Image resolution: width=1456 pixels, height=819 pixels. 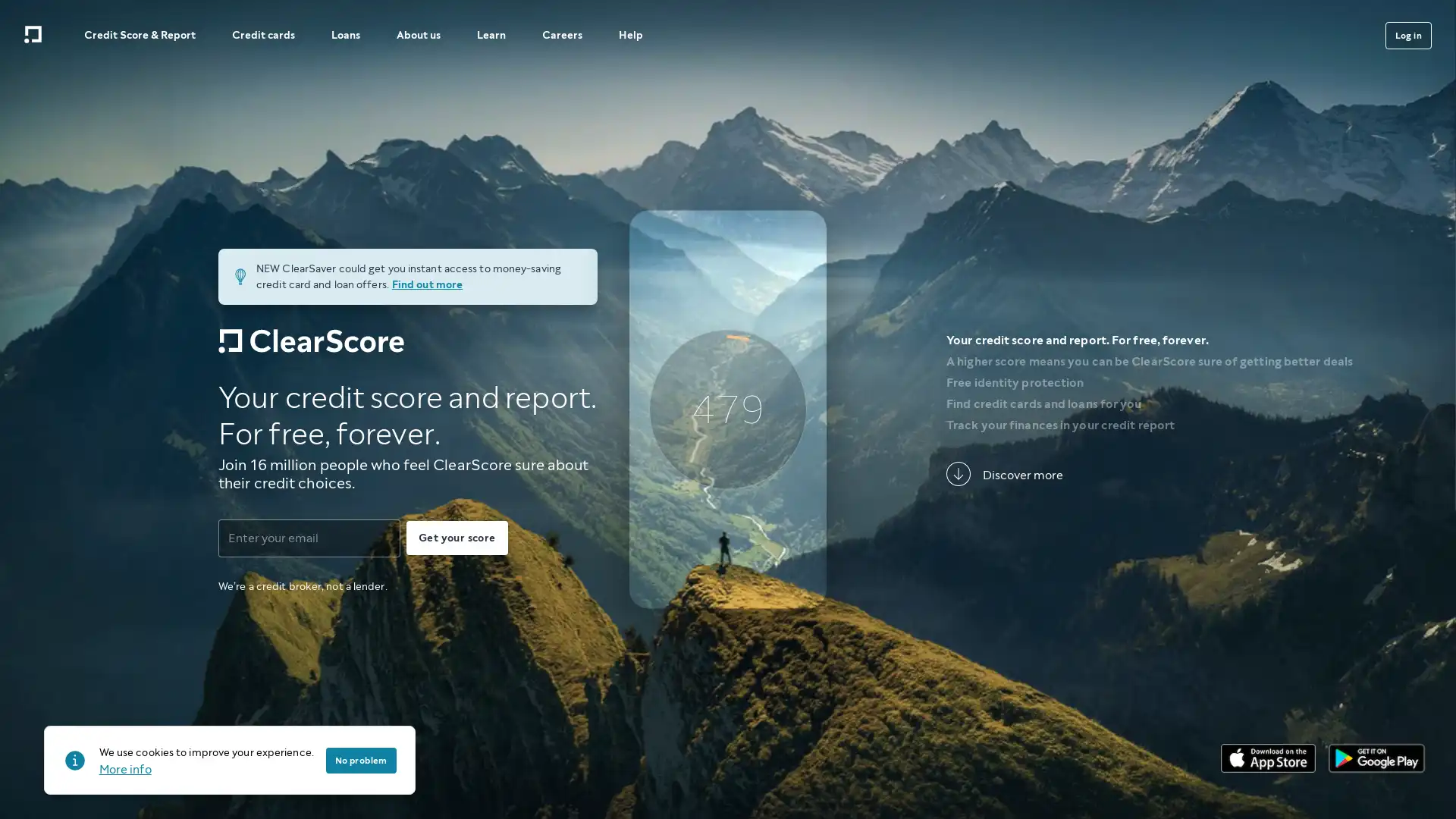 What do you see at coordinates (1376, 758) in the screenshot?
I see `Get it on Google Play` at bounding box center [1376, 758].